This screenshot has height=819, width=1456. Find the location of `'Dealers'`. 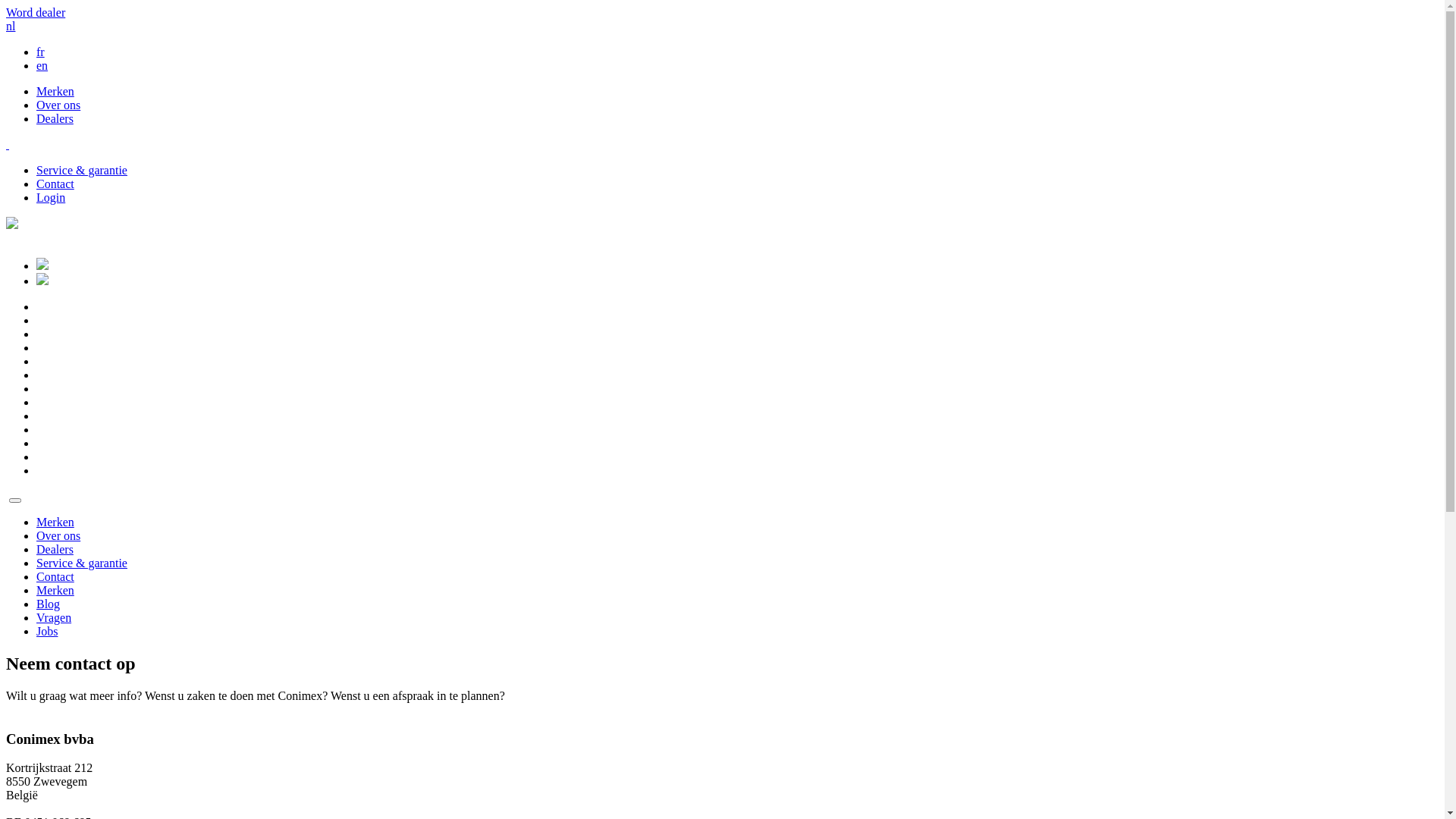

'Dealers' is located at coordinates (55, 118).